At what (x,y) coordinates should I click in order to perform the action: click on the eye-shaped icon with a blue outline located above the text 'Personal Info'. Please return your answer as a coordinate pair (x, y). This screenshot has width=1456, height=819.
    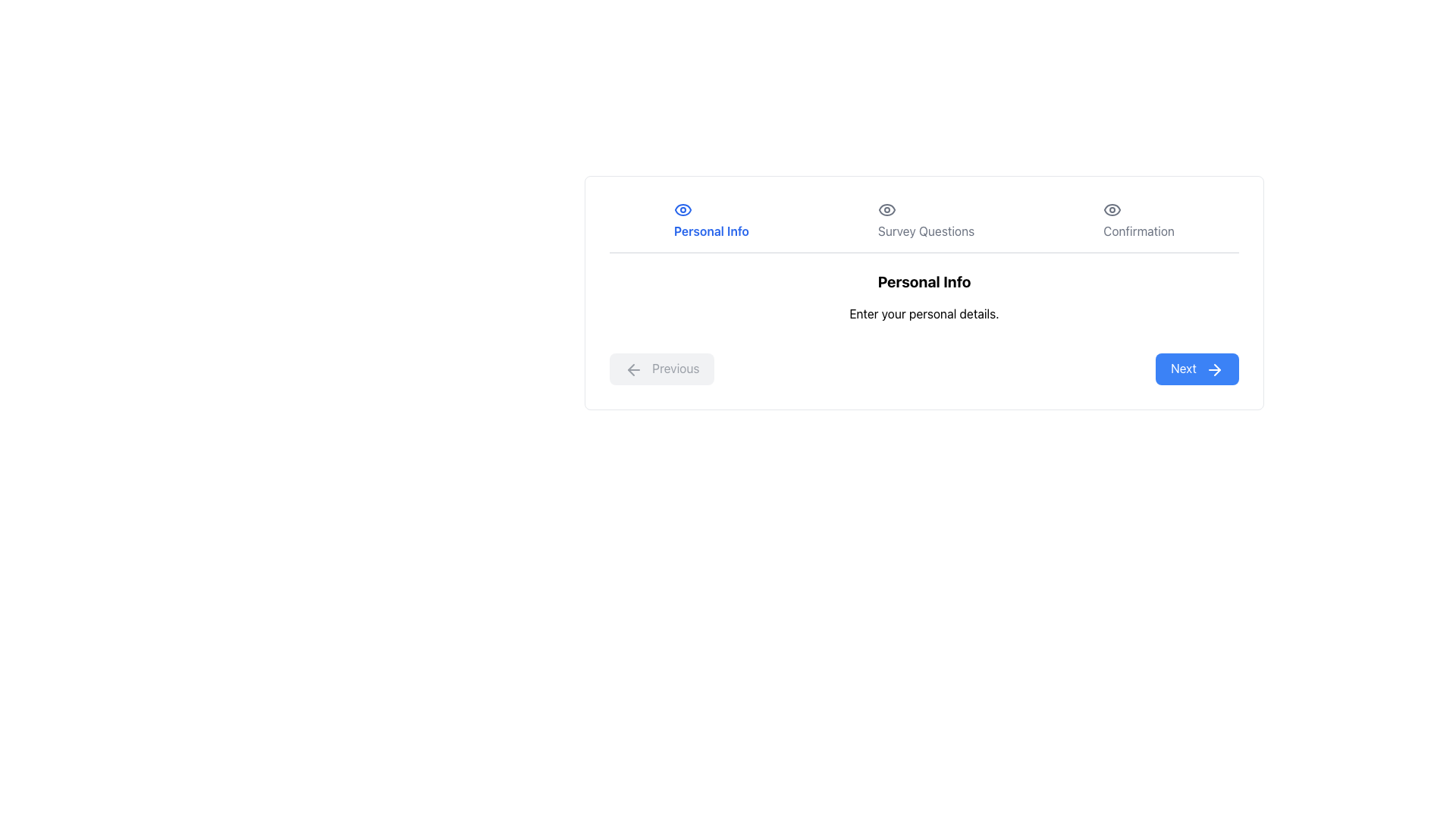
    Looking at the image, I should click on (682, 210).